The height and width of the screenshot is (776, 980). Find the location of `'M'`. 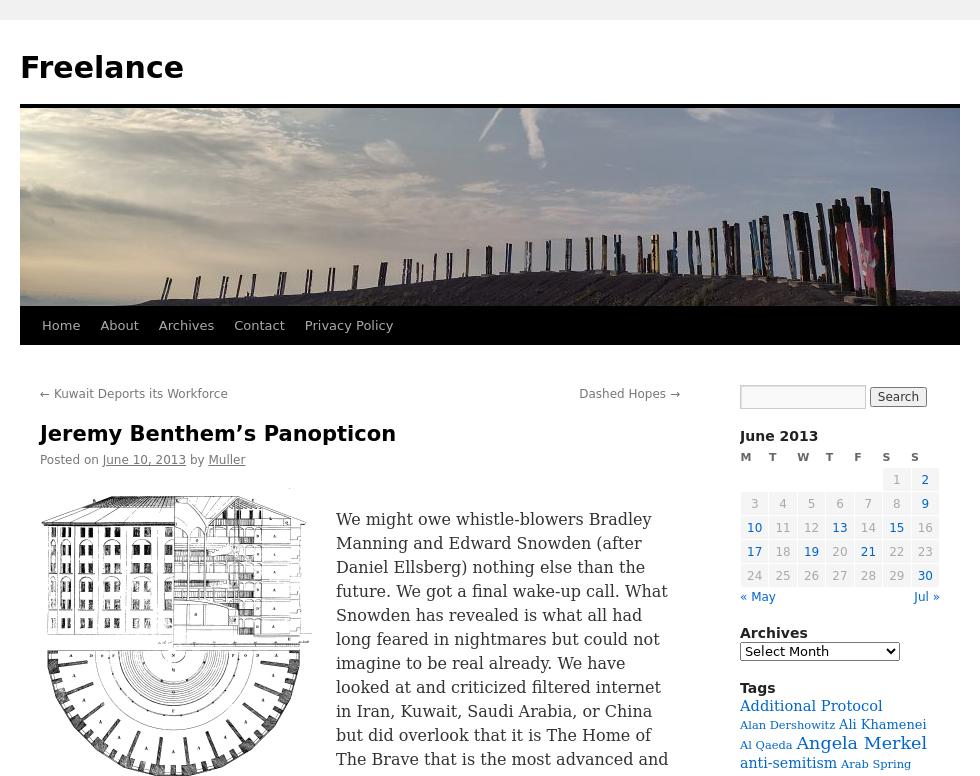

'M' is located at coordinates (745, 456).